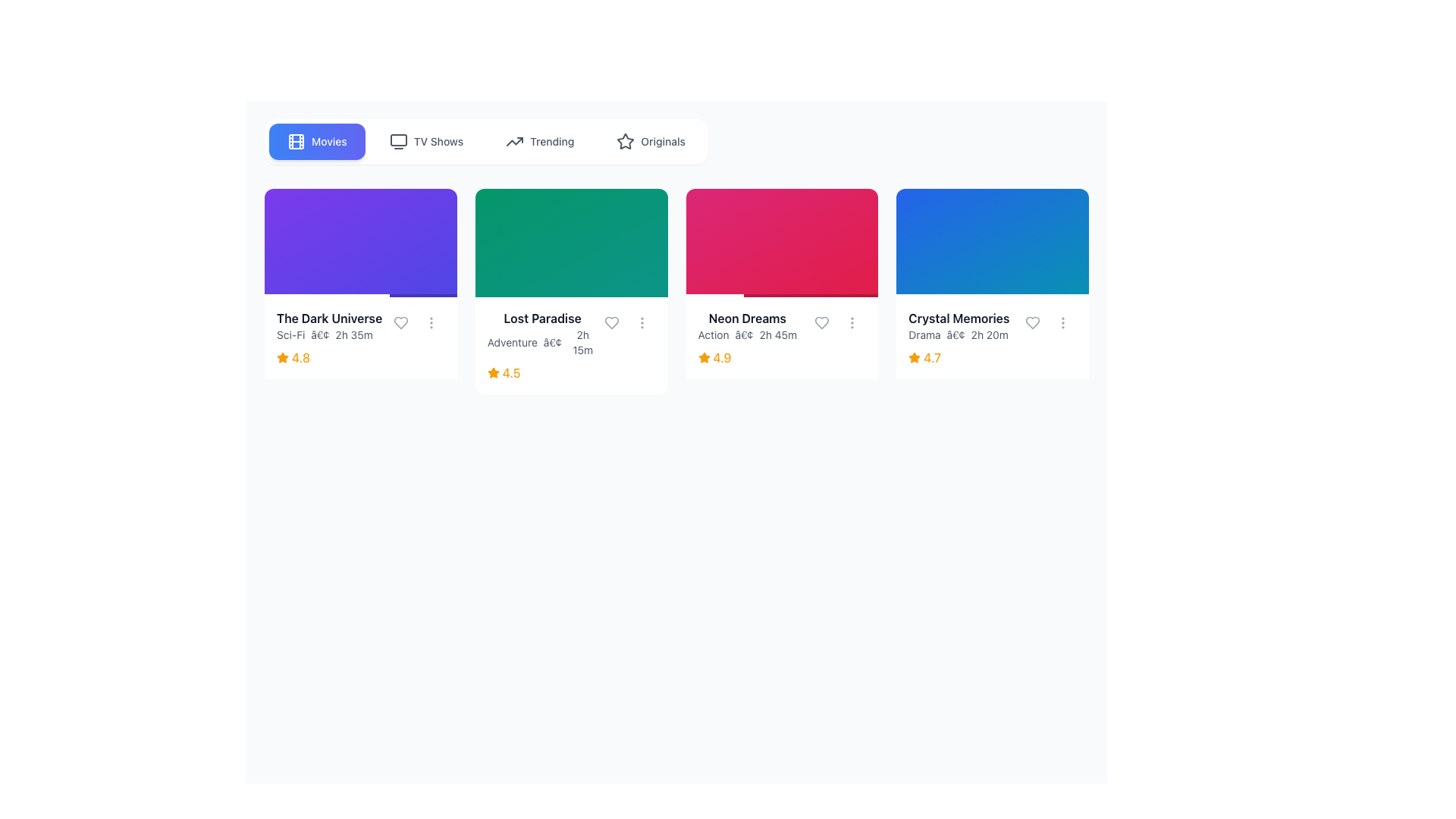 The height and width of the screenshot is (819, 1456). Describe the element at coordinates (319, 334) in the screenshot. I see `the bullet point character that separates the genre 'Sci-Fi' and the duration '2h 35m' in the content row under the title 'The Dark Universe'` at that location.